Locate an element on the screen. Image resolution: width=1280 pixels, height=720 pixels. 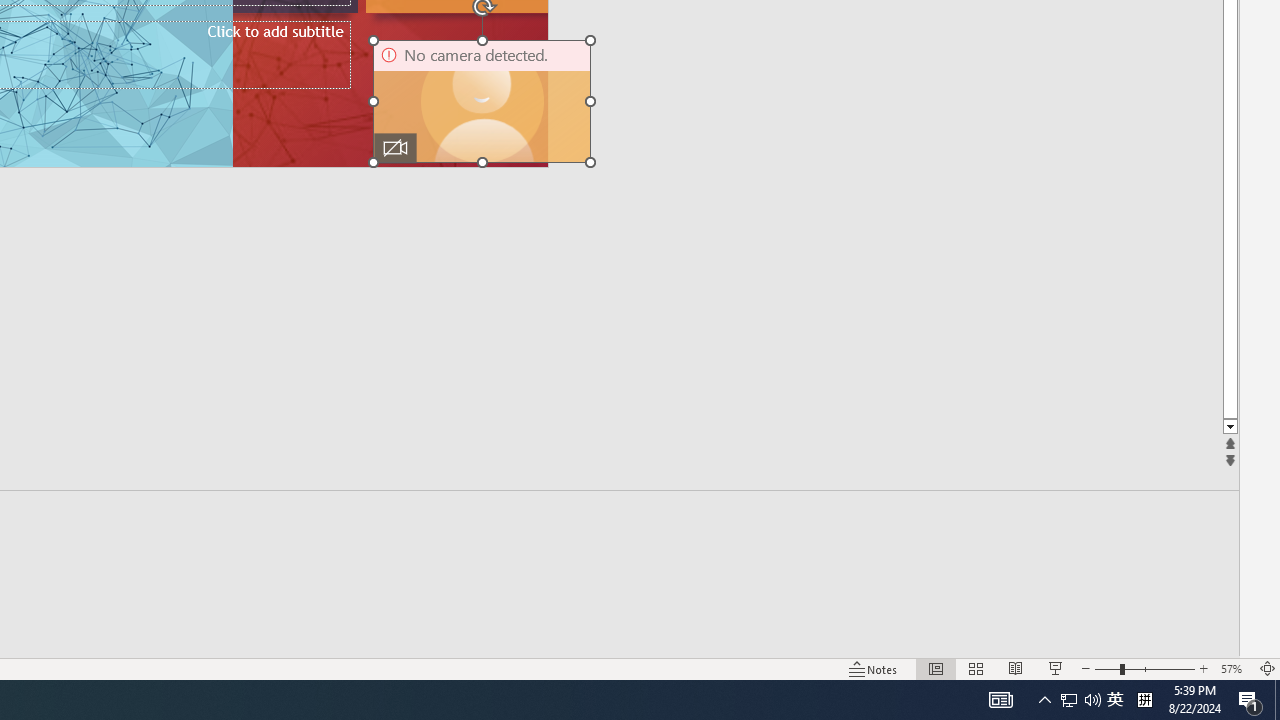
'Camera 11, No camera detected.' is located at coordinates (482, 101).